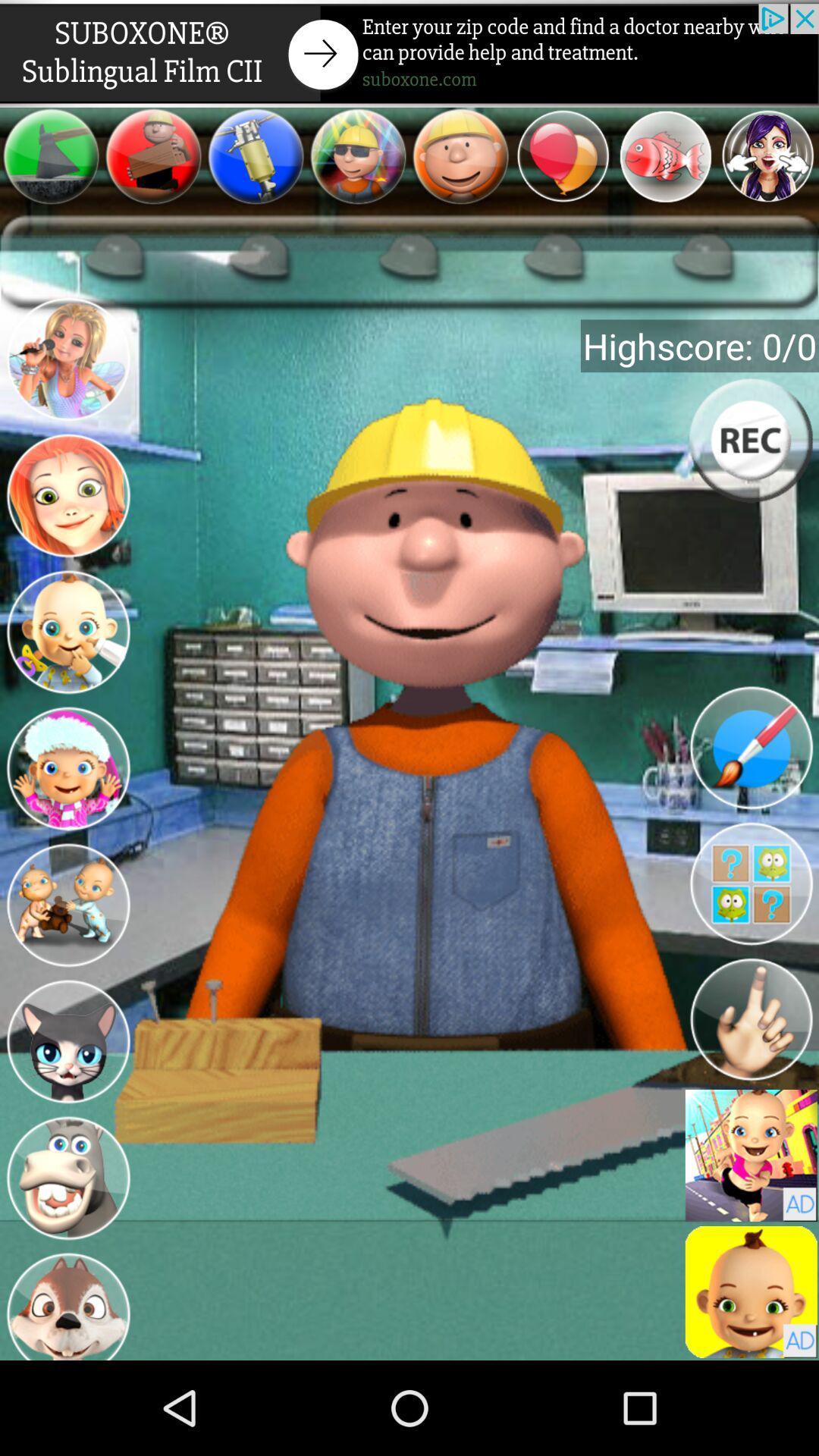 Image resolution: width=819 pixels, height=1456 pixels. Describe the element at coordinates (67, 676) in the screenshot. I see `the avatar icon` at that location.